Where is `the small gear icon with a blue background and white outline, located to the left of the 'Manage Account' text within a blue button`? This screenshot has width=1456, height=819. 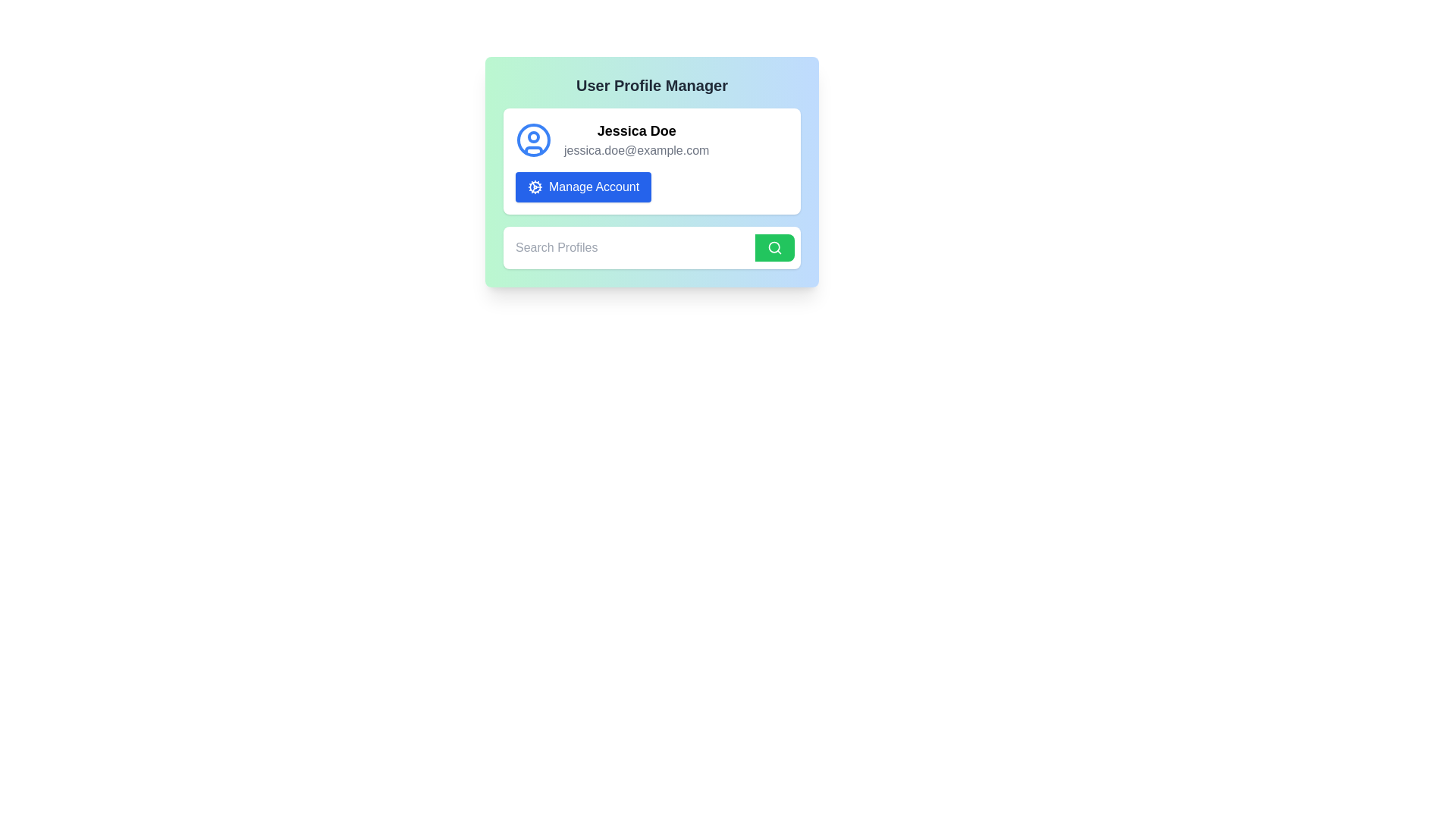 the small gear icon with a blue background and white outline, located to the left of the 'Manage Account' text within a blue button is located at coordinates (535, 186).